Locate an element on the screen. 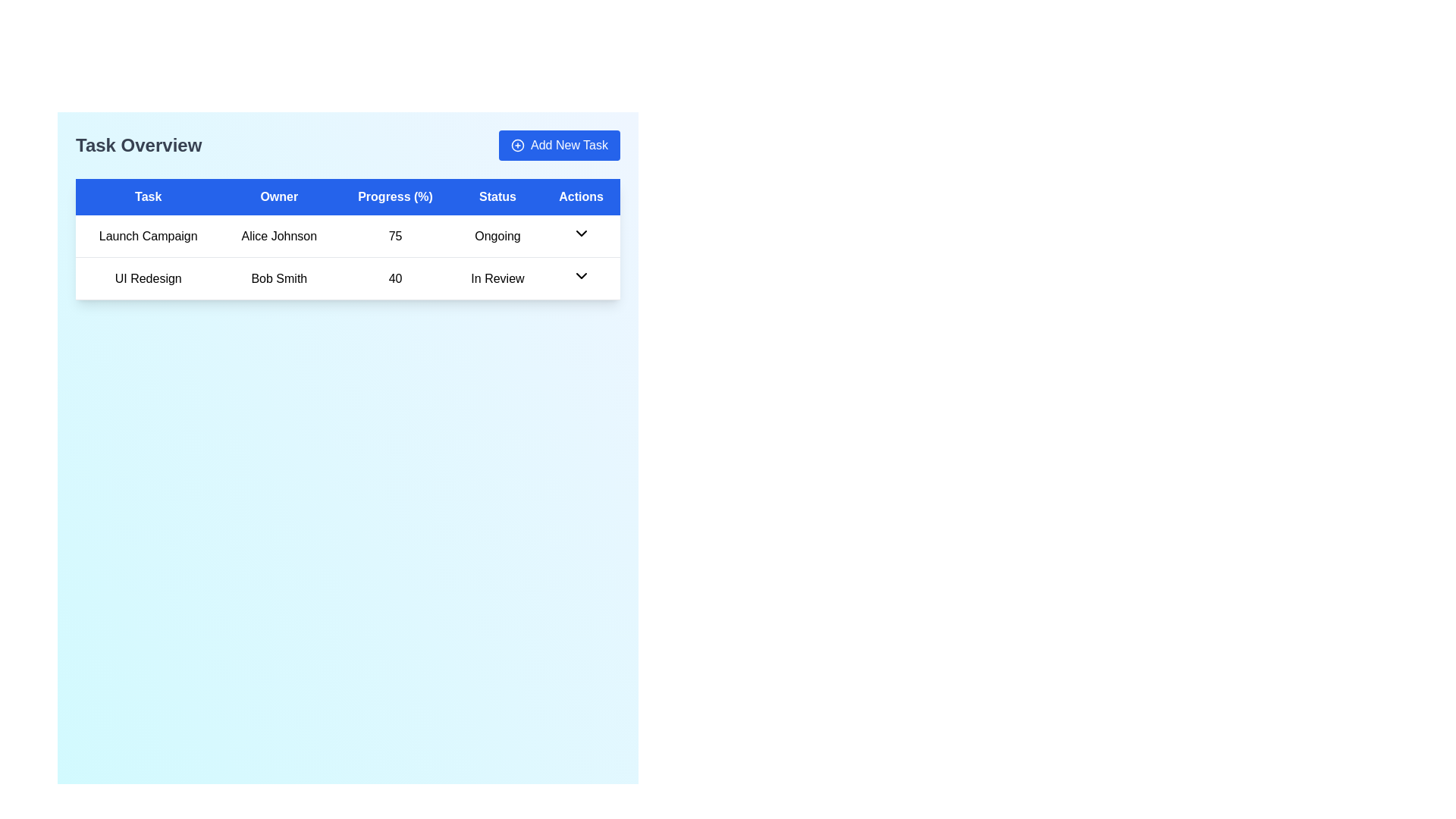  the first row of the task management table, which contains the columns: 'Launch Campaign', 'Alice Johnson', '75', 'Ongoing' is located at coordinates (347, 236).